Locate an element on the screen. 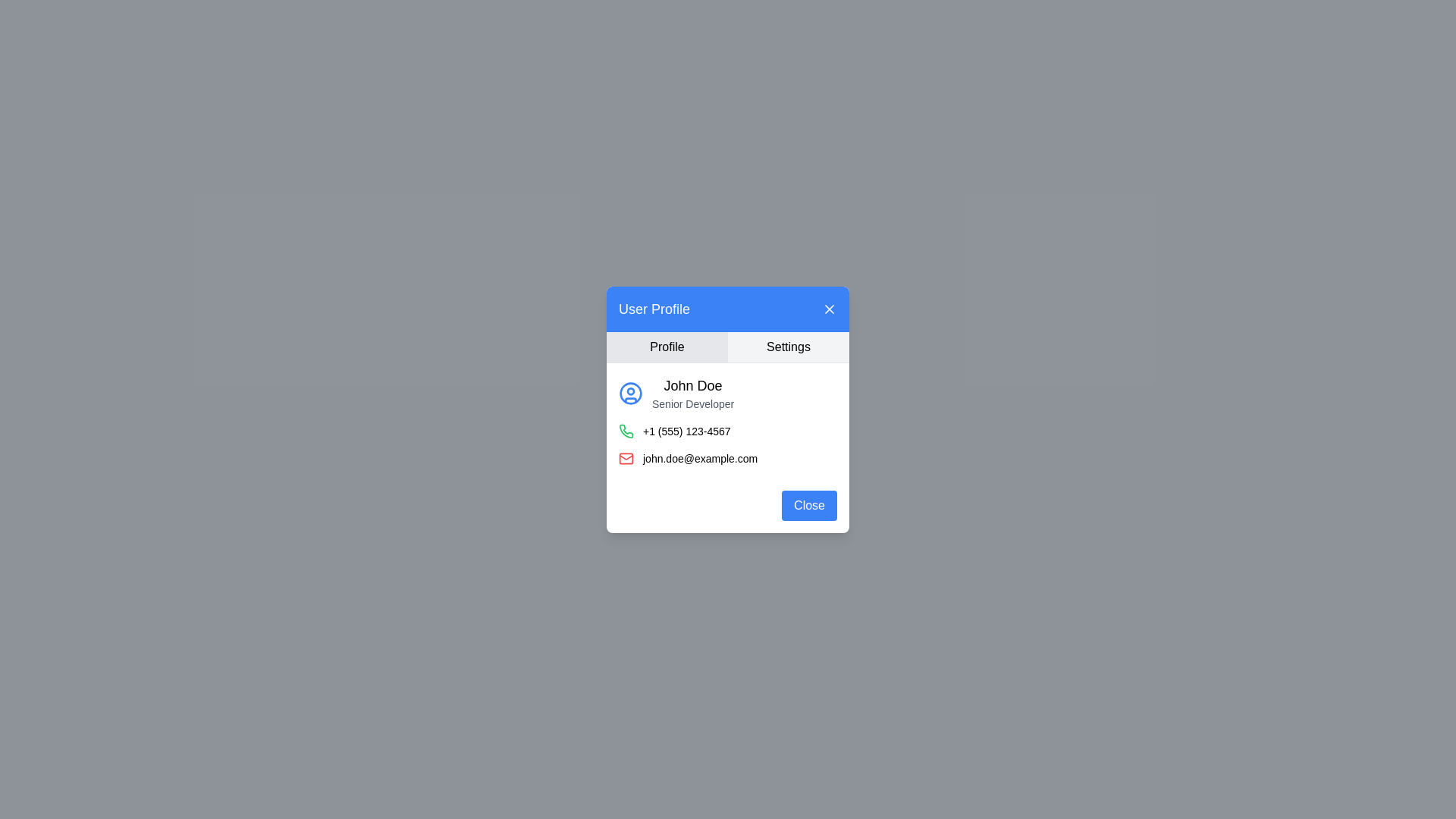  the envelope icon located in the contact information section of the profile display window is located at coordinates (626, 455).